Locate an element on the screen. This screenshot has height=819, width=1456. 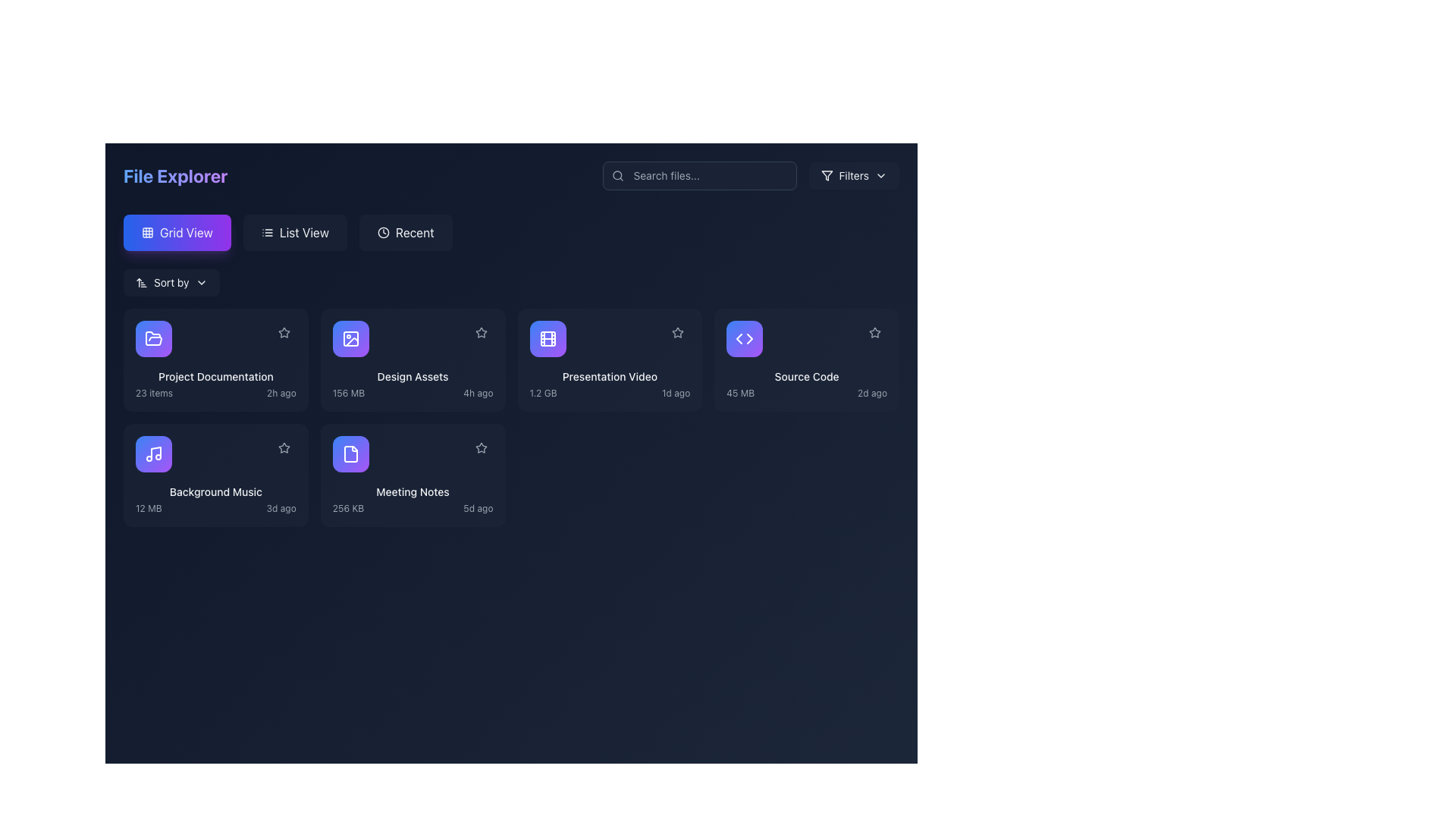
the static text label displaying '12 MB' in light gray font, located in the lower-left portion of the 'Background Music' file card, before the text '3d ago' is located at coordinates (149, 509).